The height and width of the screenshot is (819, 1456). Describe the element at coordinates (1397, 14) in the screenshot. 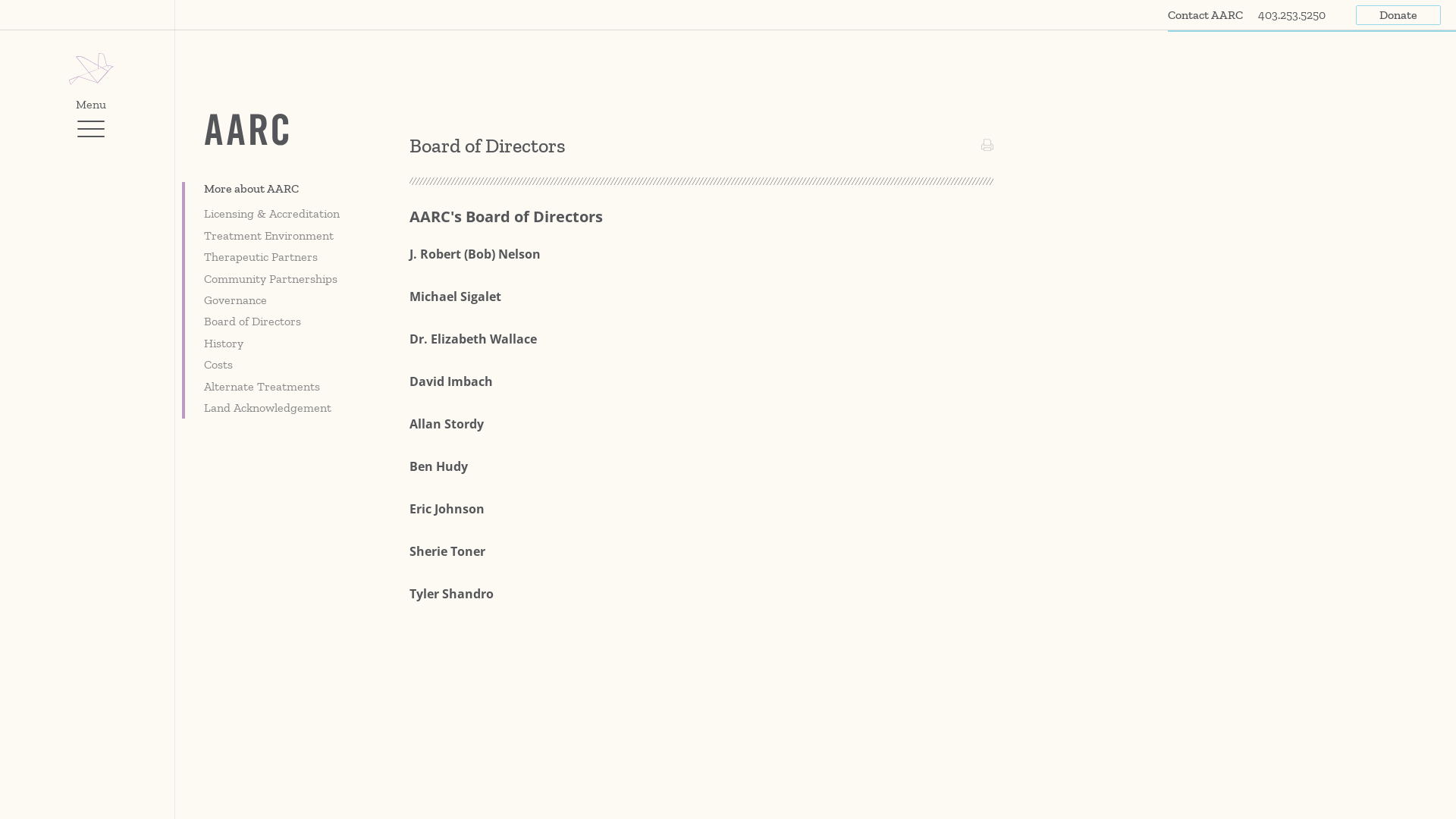

I see `'Donate'` at that location.